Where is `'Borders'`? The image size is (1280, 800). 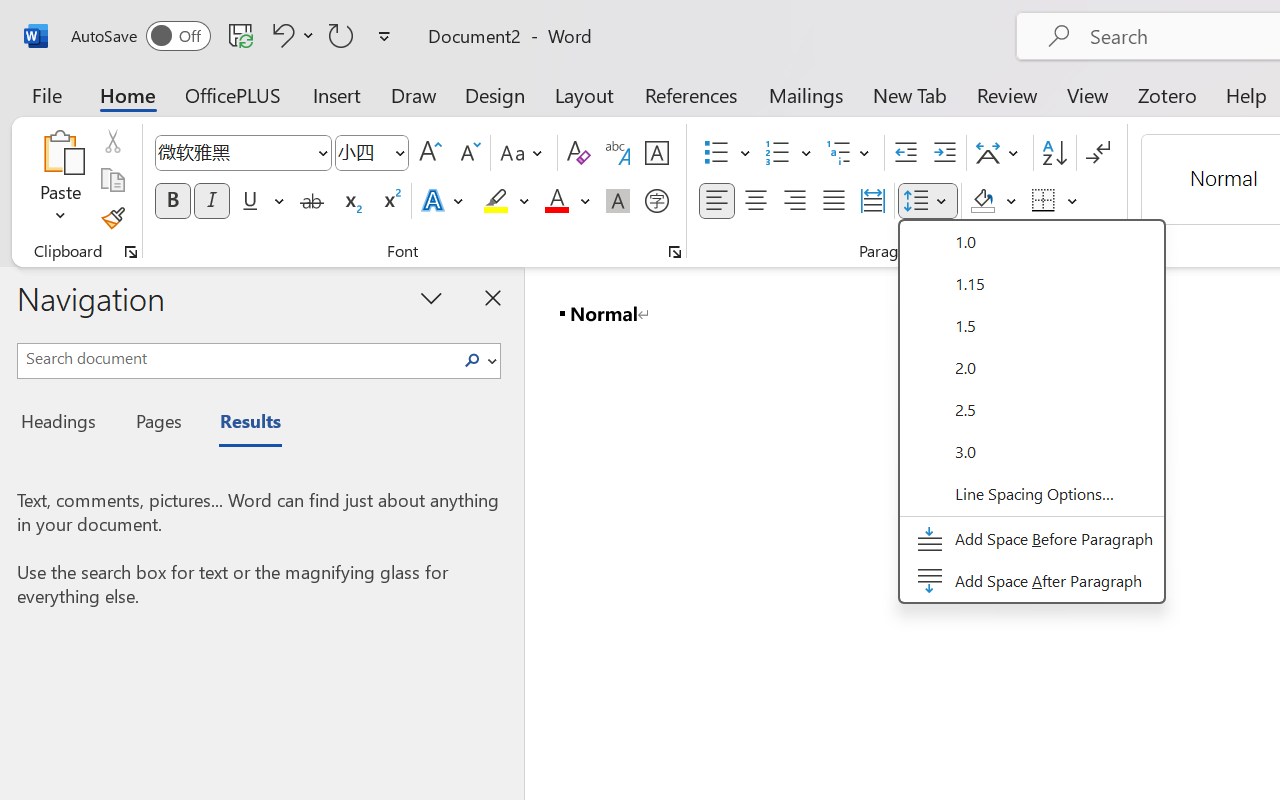
'Borders' is located at coordinates (1054, 201).